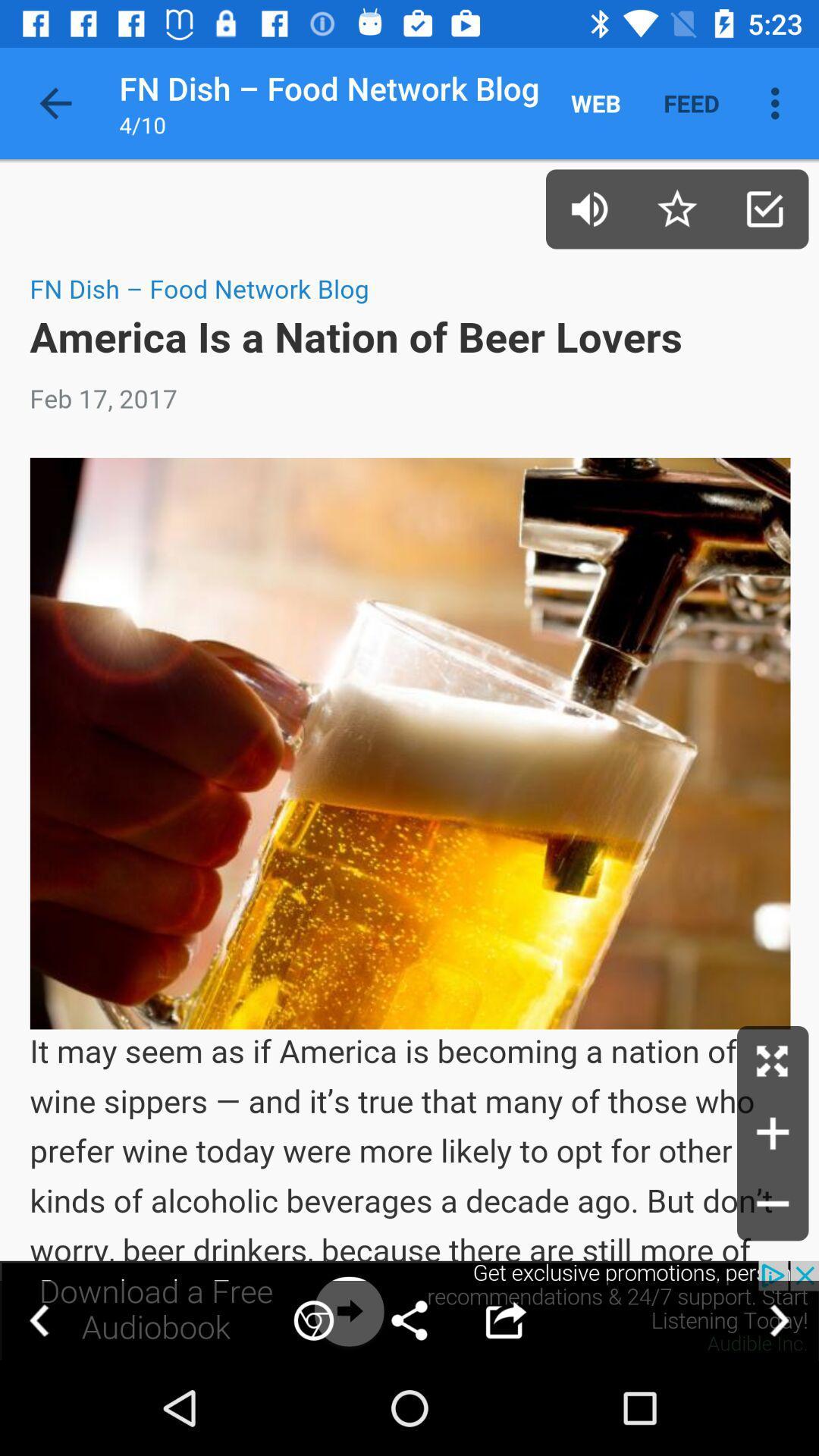  Describe the element at coordinates (764, 208) in the screenshot. I see `the check icon` at that location.